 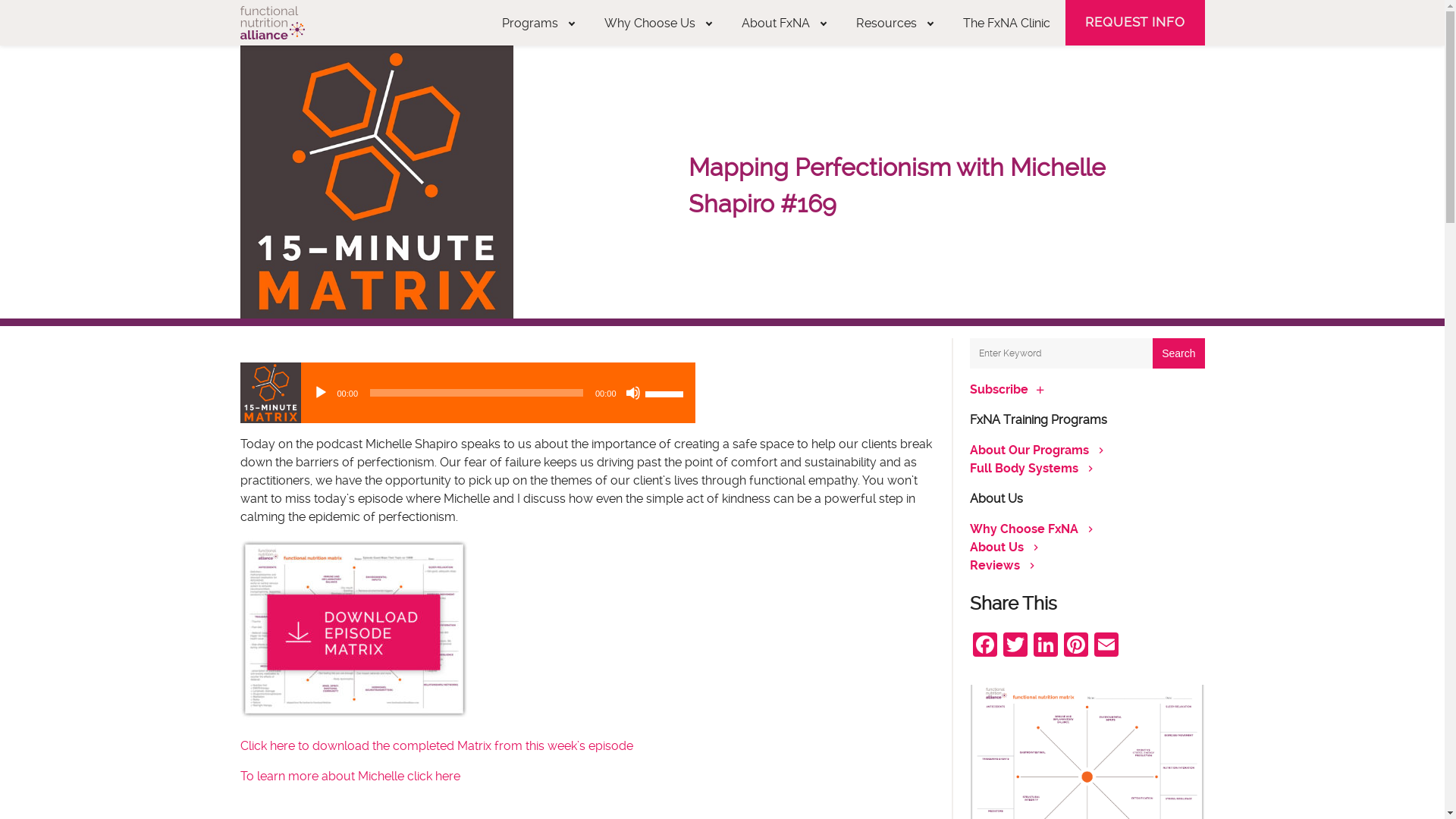 What do you see at coordinates (666, 391) in the screenshot?
I see `'Use Up/Down Arrow keys to increase or decrease volume.'` at bounding box center [666, 391].